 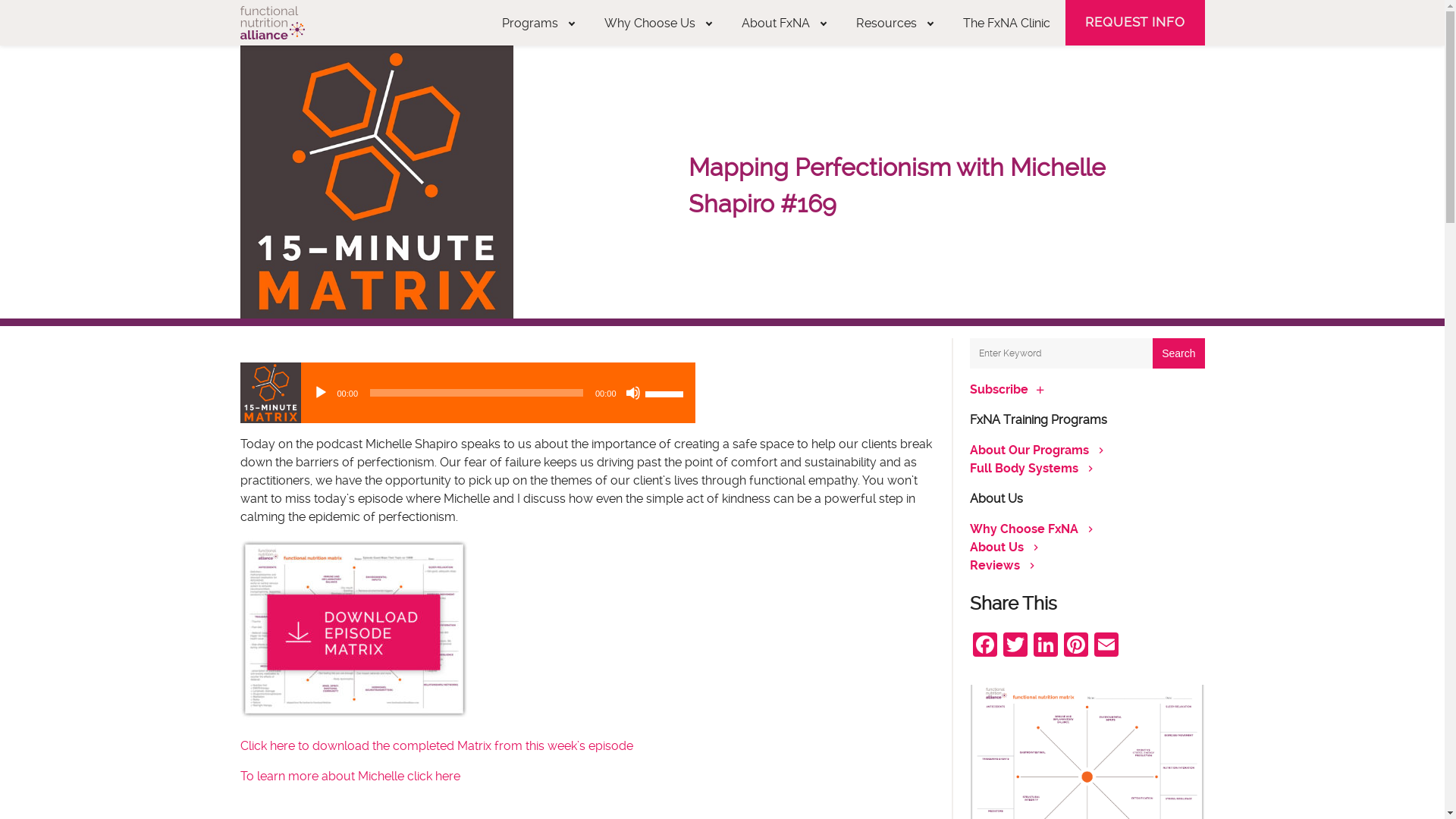 What do you see at coordinates (666, 391) in the screenshot?
I see `'Use Up/Down Arrow keys to increase or decrease volume.'` at bounding box center [666, 391].